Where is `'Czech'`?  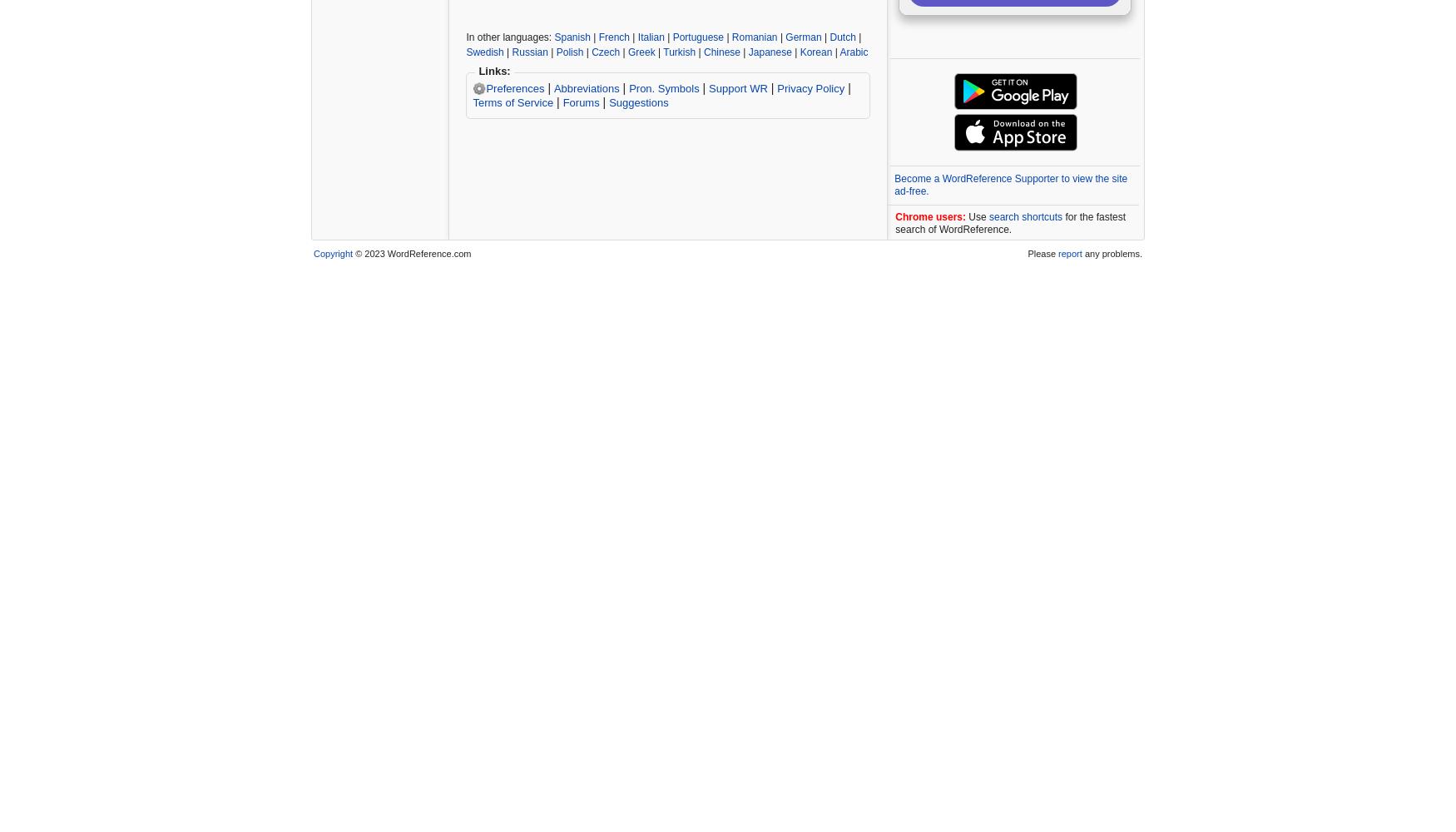
'Czech' is located at coordinates (606, 52).